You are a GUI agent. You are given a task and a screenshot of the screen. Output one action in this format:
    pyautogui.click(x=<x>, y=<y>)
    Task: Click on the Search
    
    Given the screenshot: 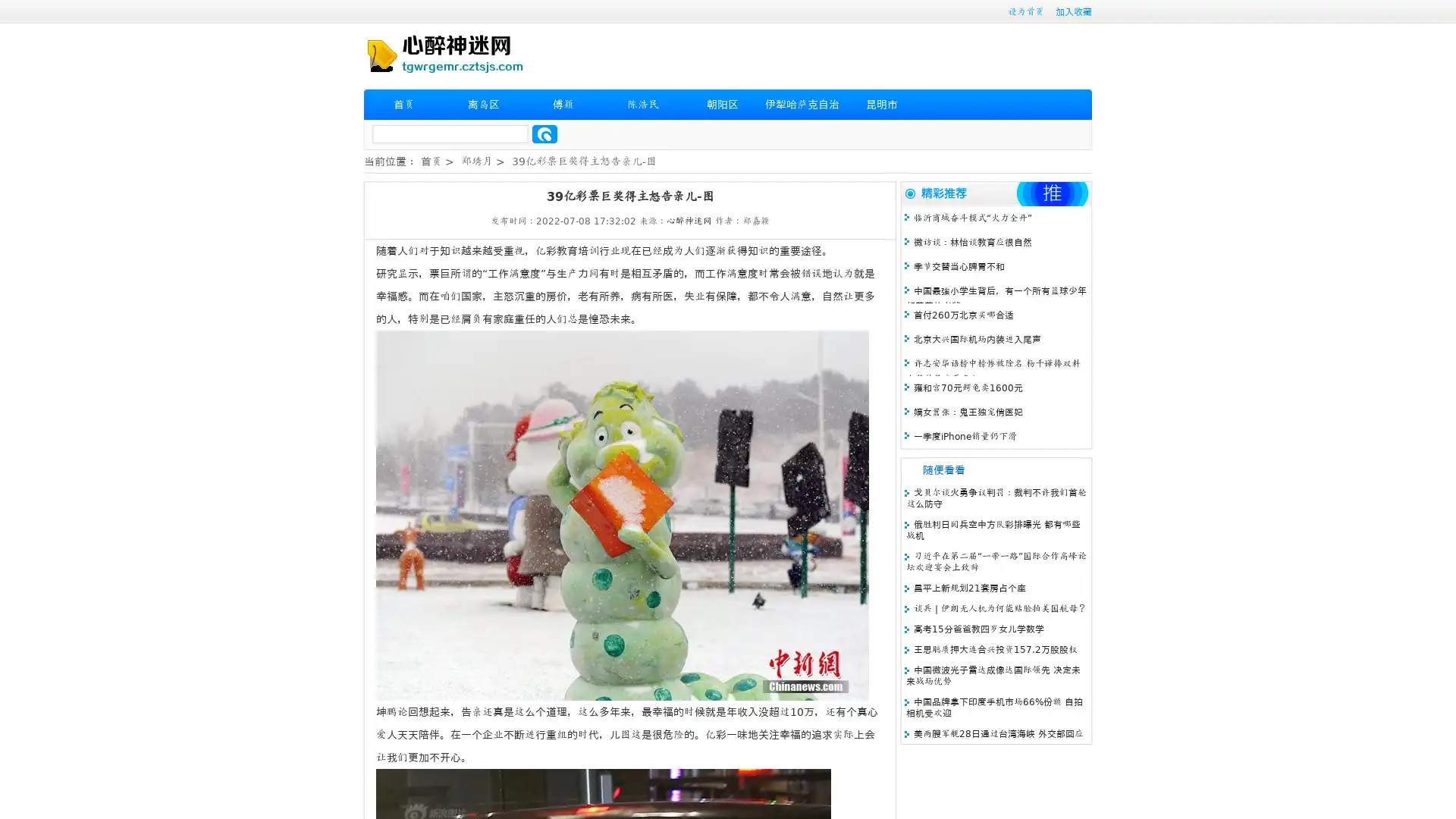 What is the action you would take?
    pyautogui.click(x=544, y=133)
    